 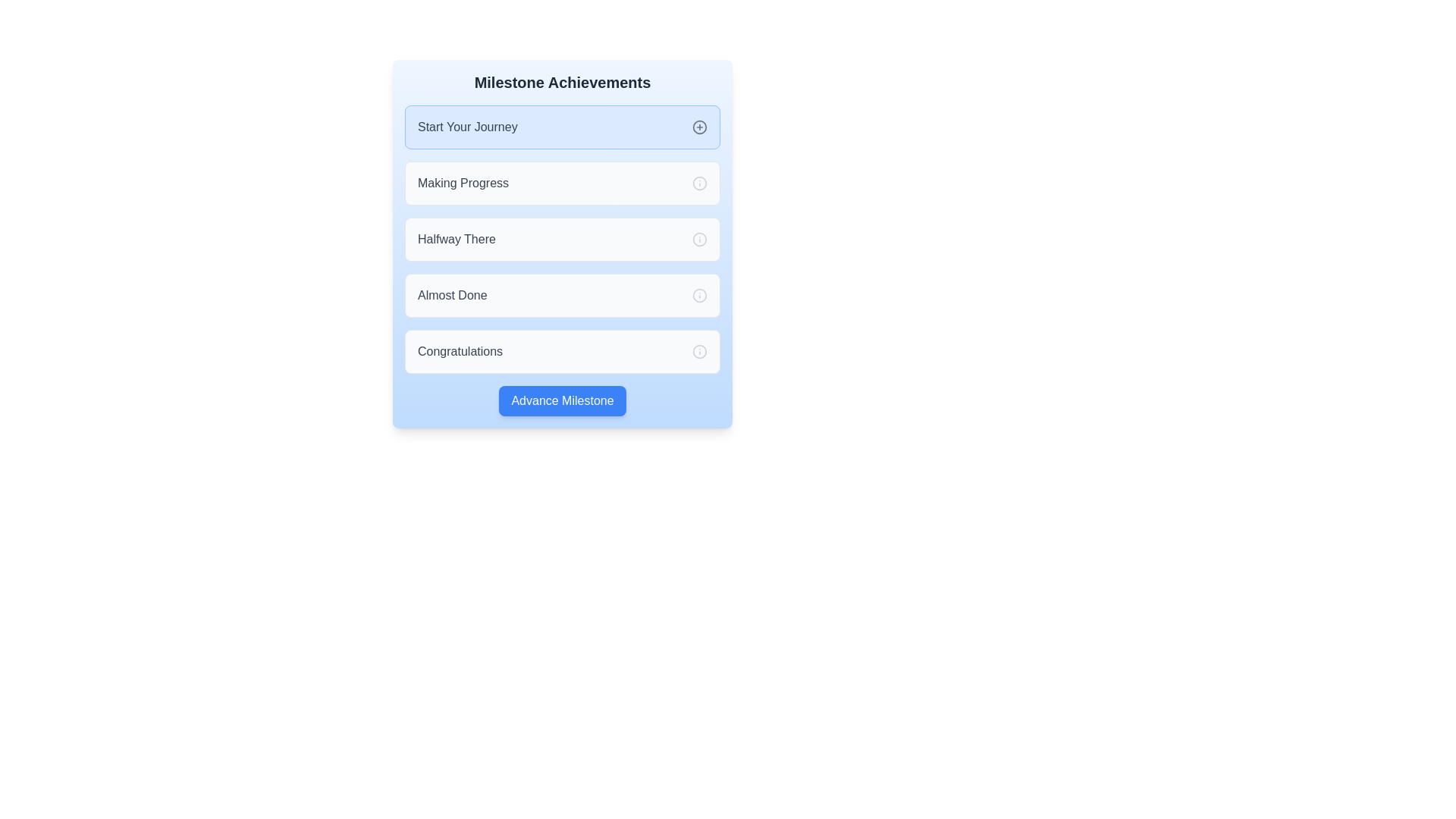 I want to click on the information indicator icon located to the right of the 'Halfway There' text, so click(x=698, y=239).